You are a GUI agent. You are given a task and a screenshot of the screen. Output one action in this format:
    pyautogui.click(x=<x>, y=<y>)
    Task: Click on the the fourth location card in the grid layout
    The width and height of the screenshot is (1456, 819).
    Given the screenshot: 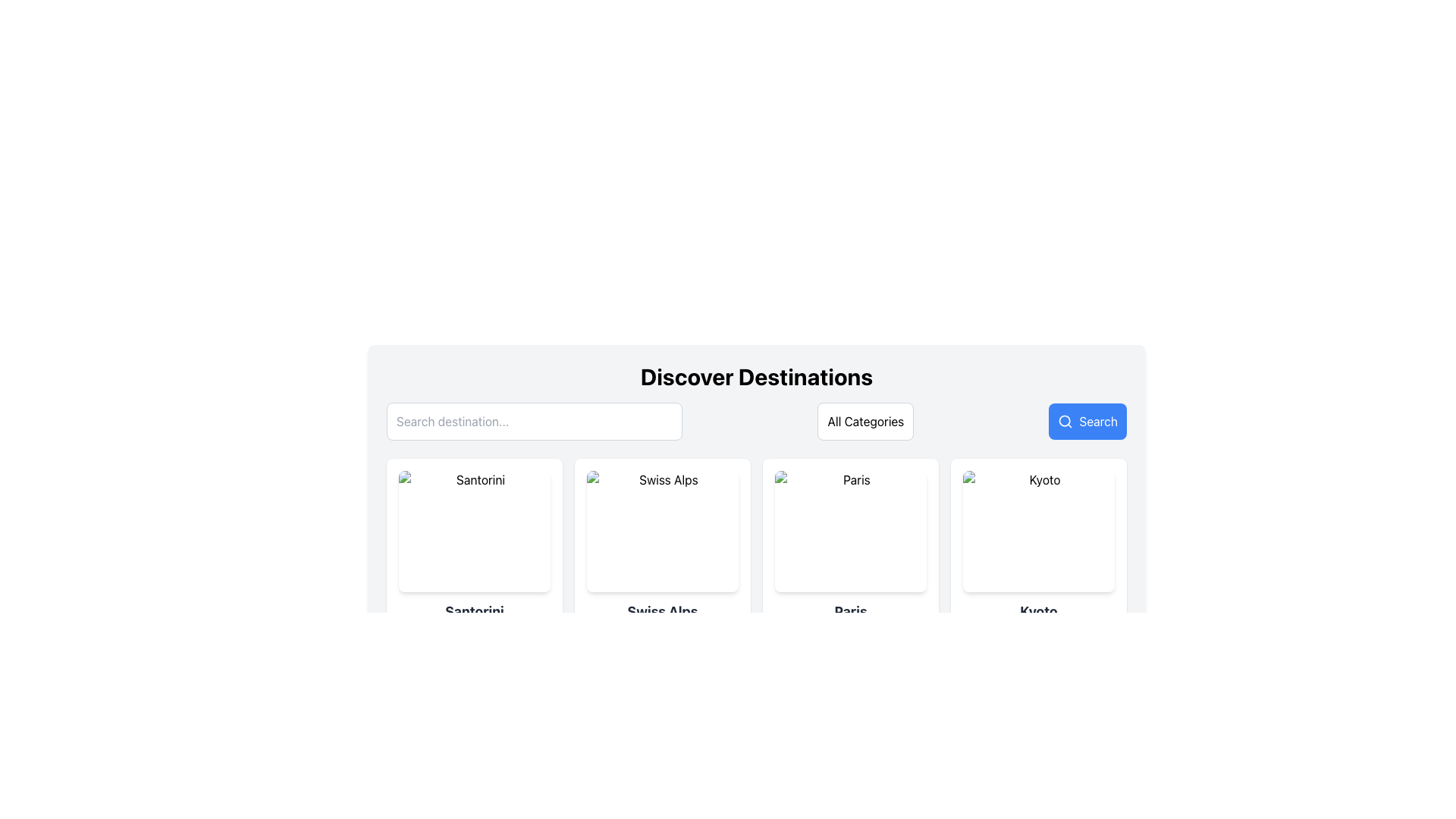 What is the action you would take?
    pyautogui.click(x=1037, y=557)
    